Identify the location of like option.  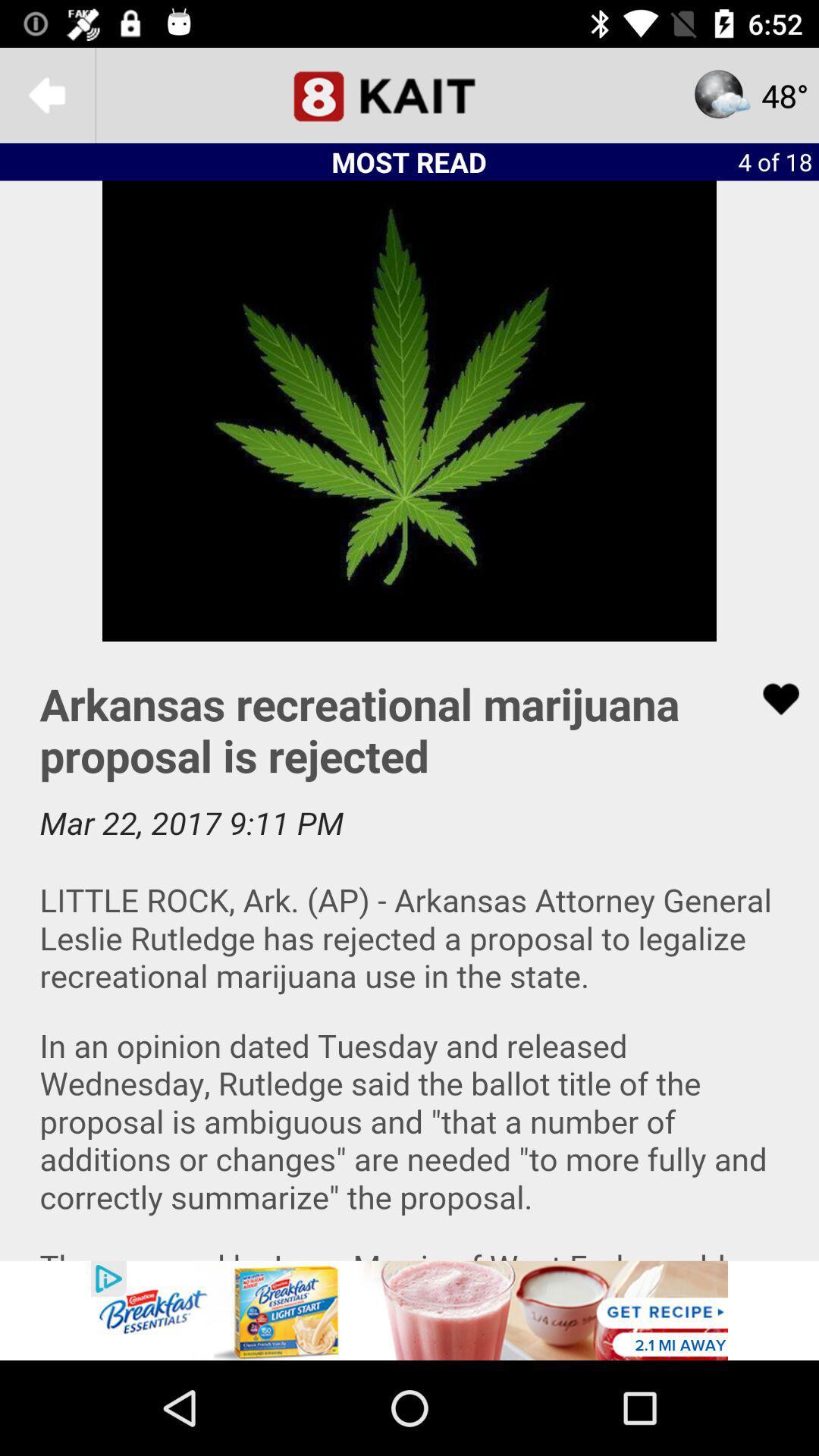
(771, 698).